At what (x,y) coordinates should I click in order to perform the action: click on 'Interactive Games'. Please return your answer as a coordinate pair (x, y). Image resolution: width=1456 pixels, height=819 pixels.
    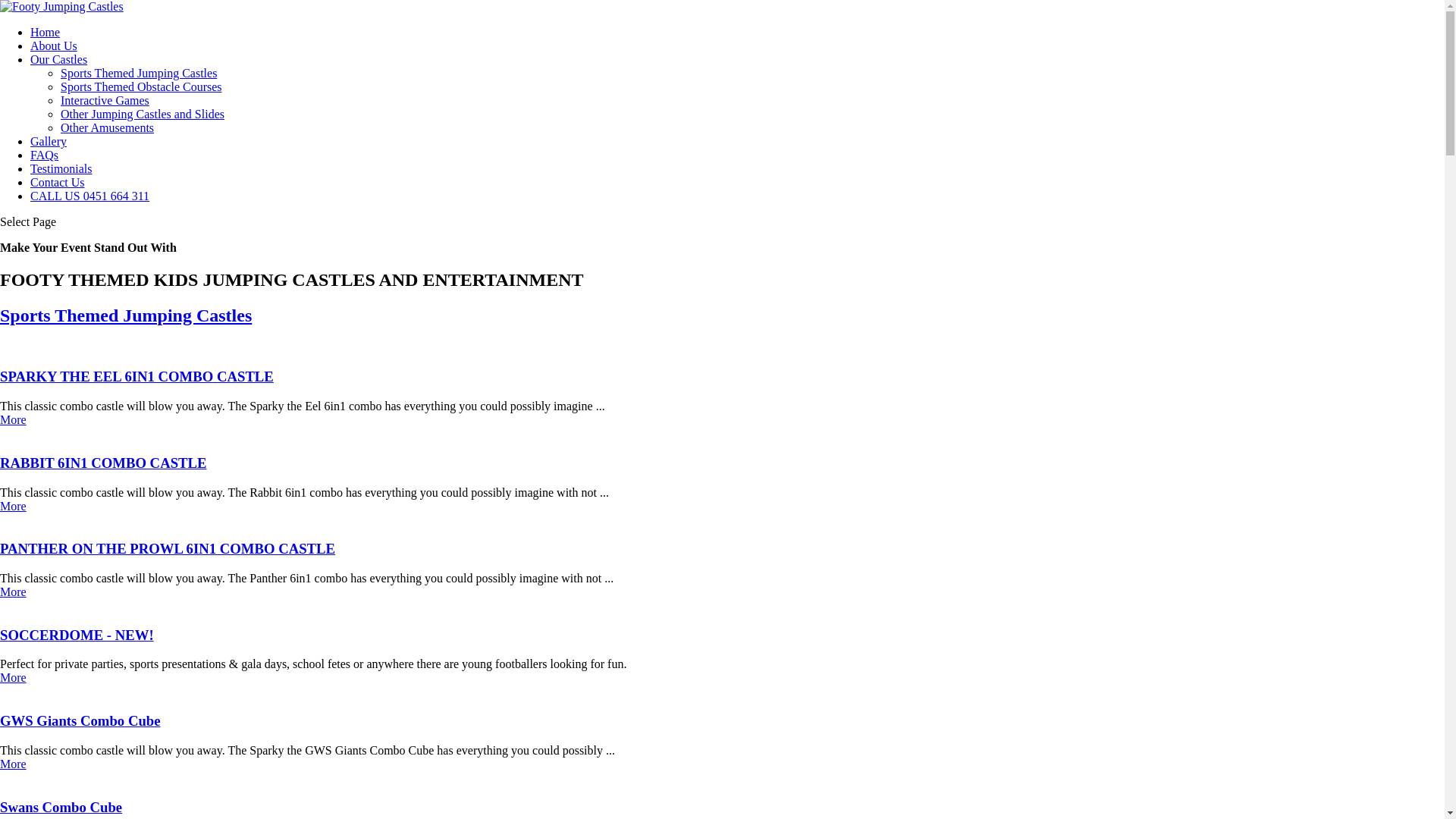
    Looking at the image, I should click on (104, 100).